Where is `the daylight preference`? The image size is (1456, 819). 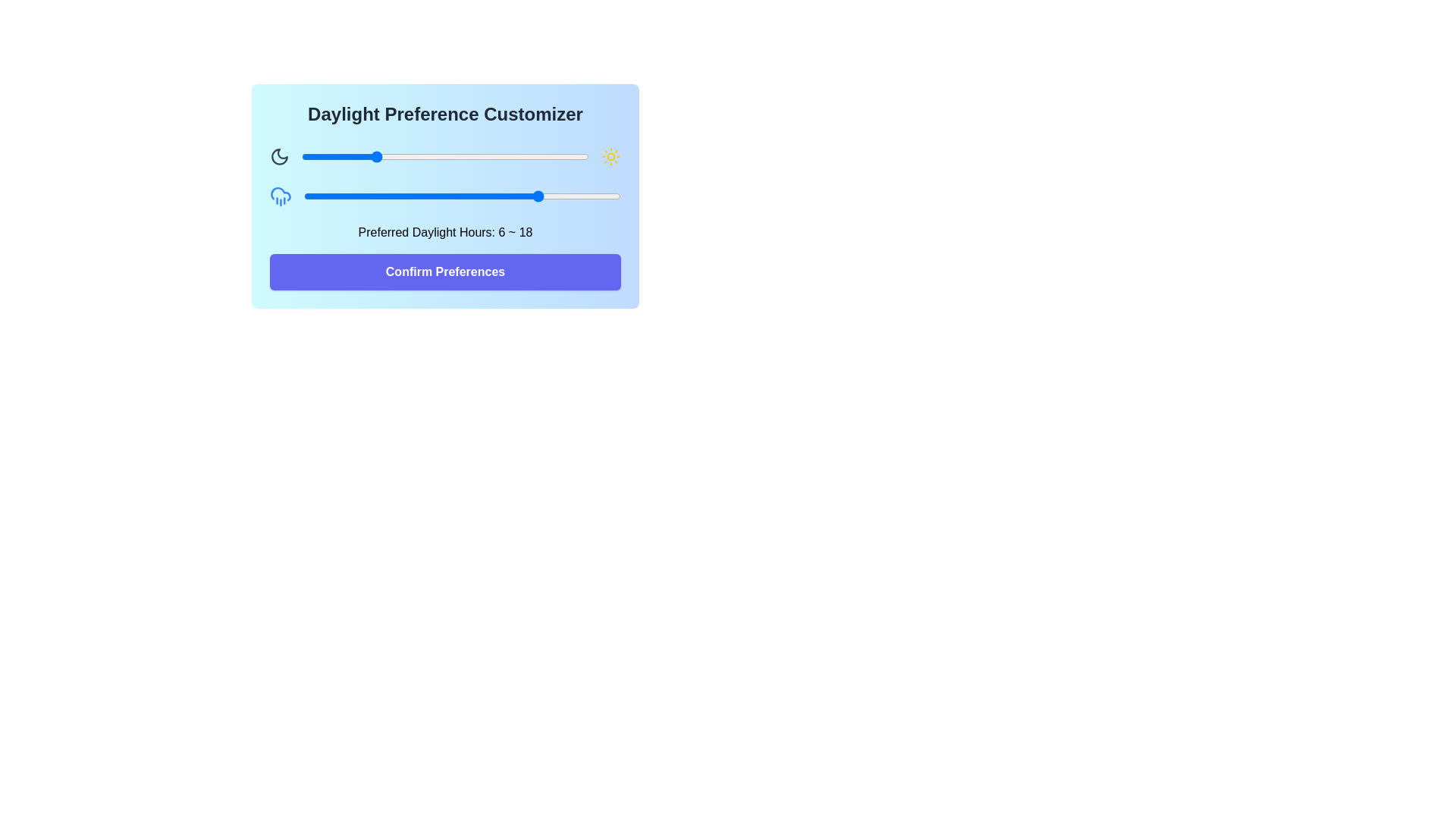
the daylight preference is located at coordinates (421, 157).